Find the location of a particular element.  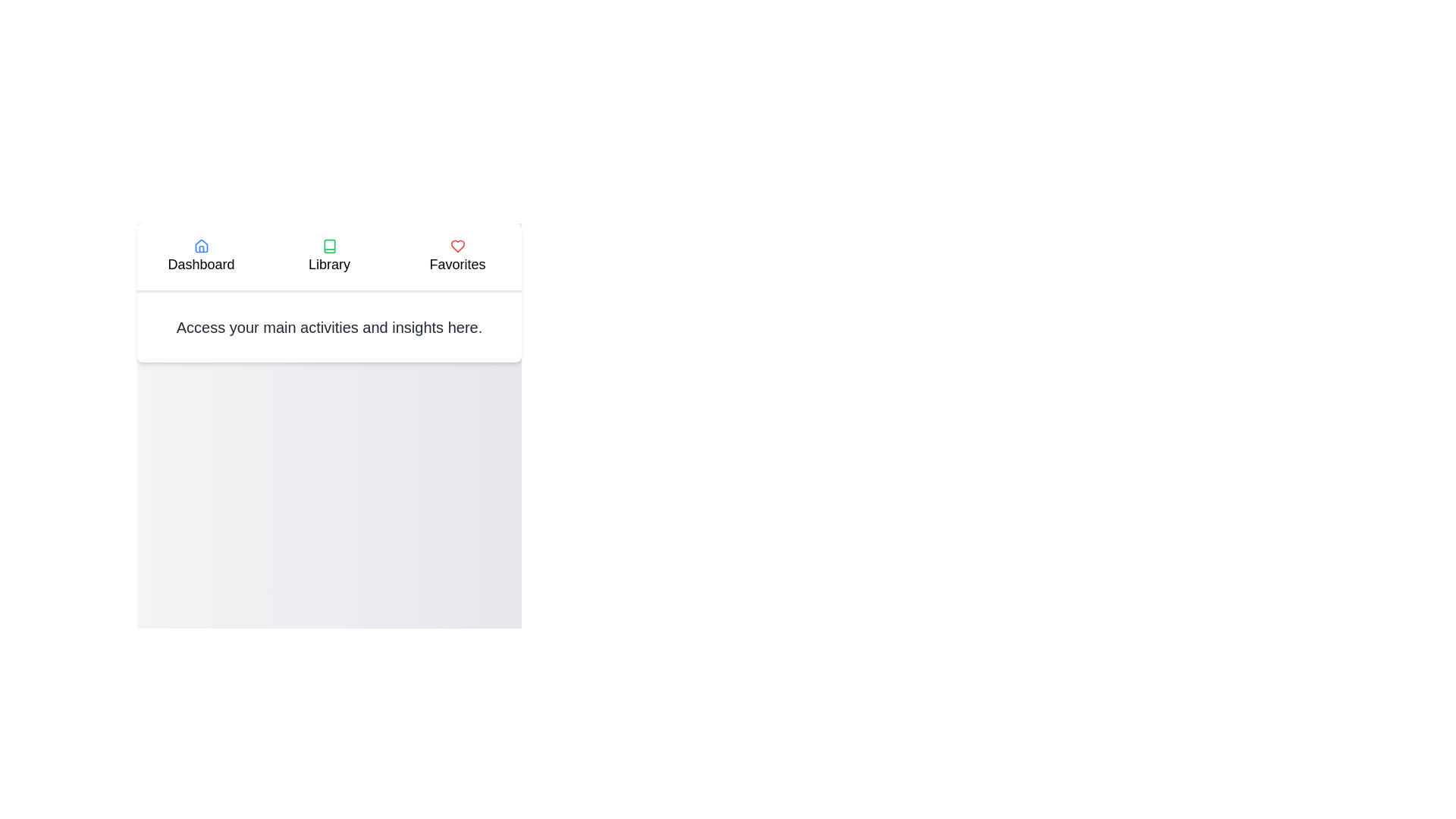

the Library tab to select it is located at coordinates (328, 256).